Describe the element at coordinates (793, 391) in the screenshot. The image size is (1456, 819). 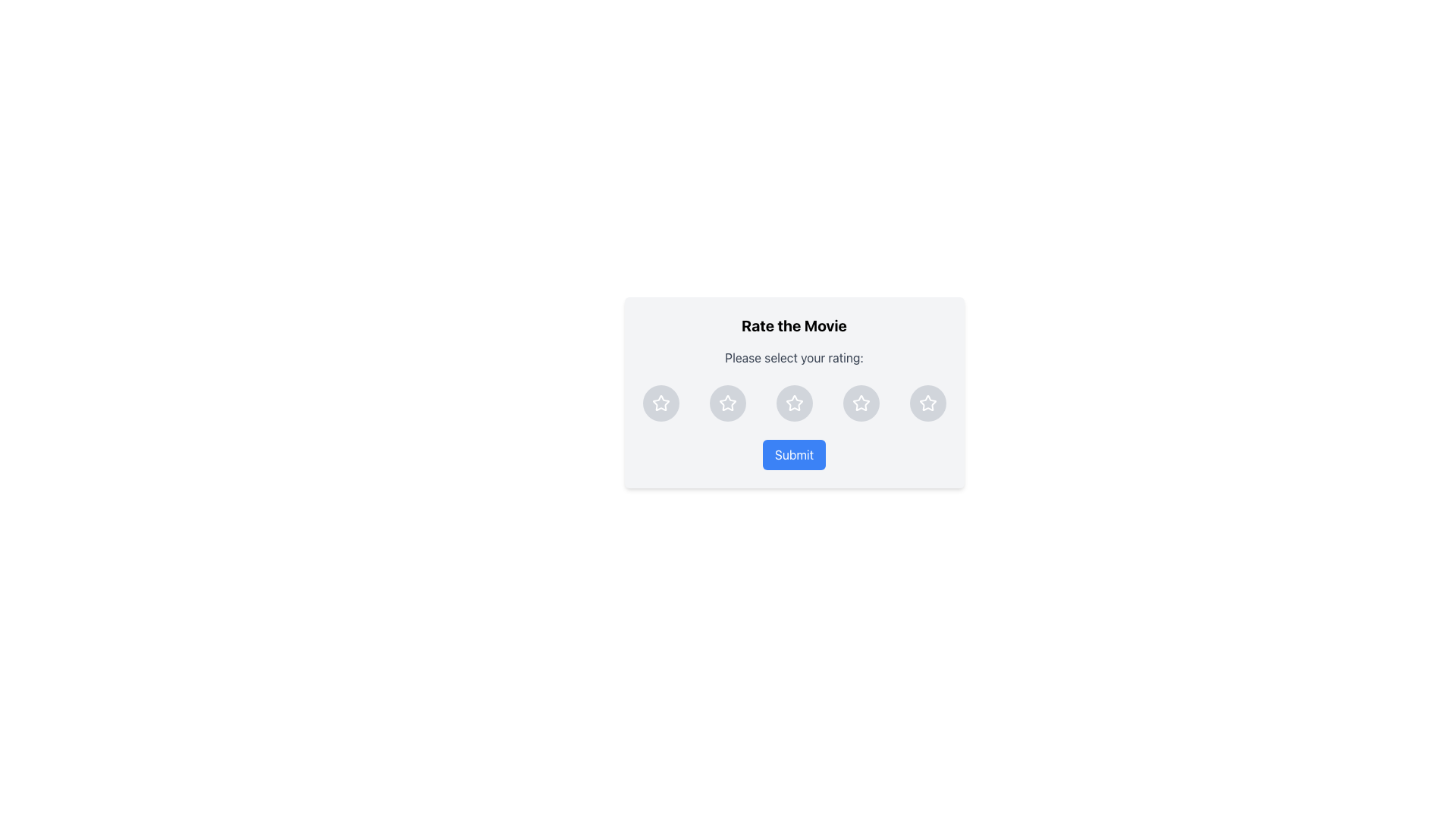
I see `the star rating icons within the rating and submission interface to confirm the user's selection` at that location.